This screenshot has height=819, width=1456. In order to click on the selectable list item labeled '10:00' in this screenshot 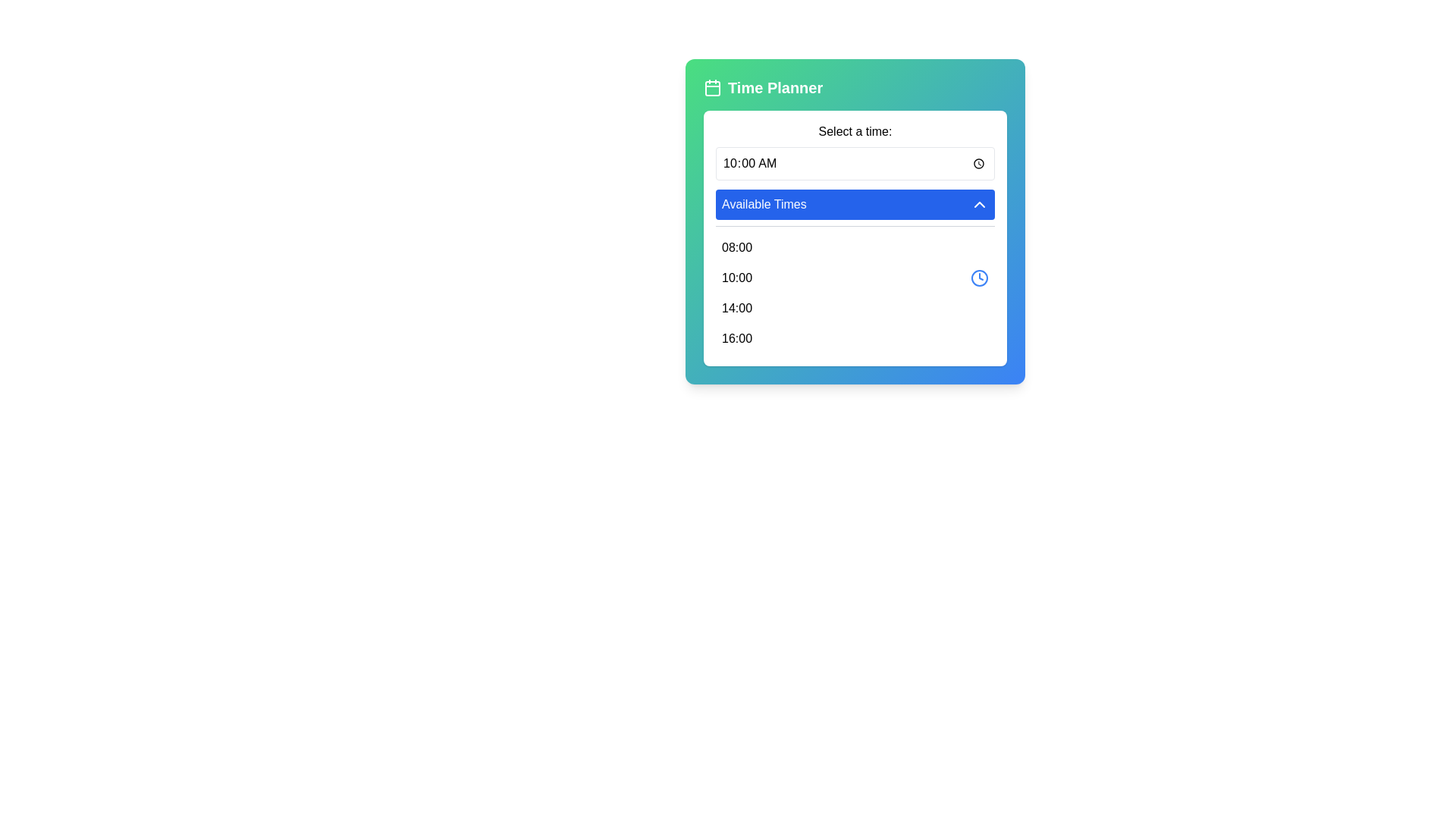, I will do `click(855, 278)`.